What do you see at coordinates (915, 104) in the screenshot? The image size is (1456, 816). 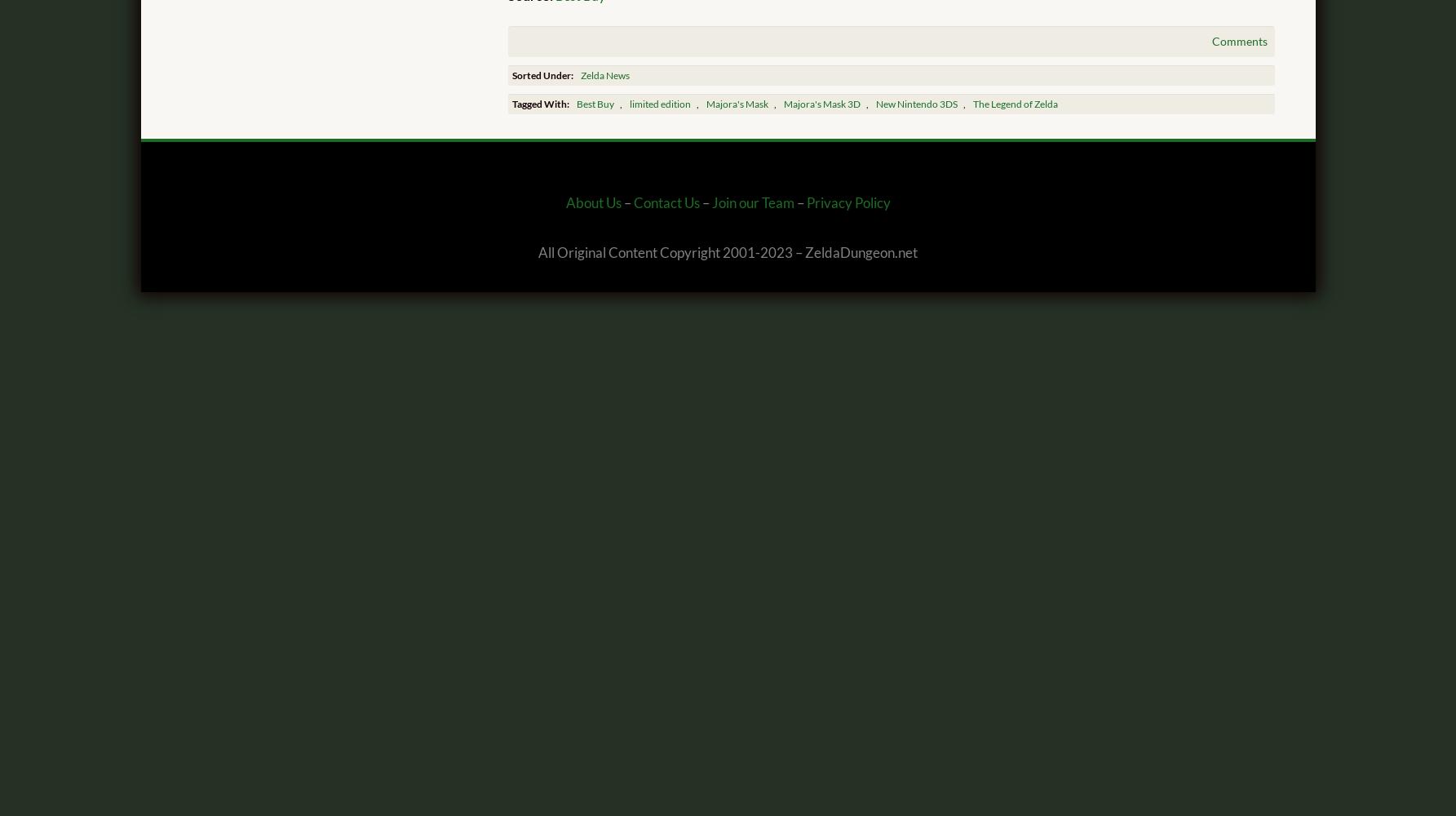 I see `'New Nintendo 3DS'` at bounding box center [915, 104].